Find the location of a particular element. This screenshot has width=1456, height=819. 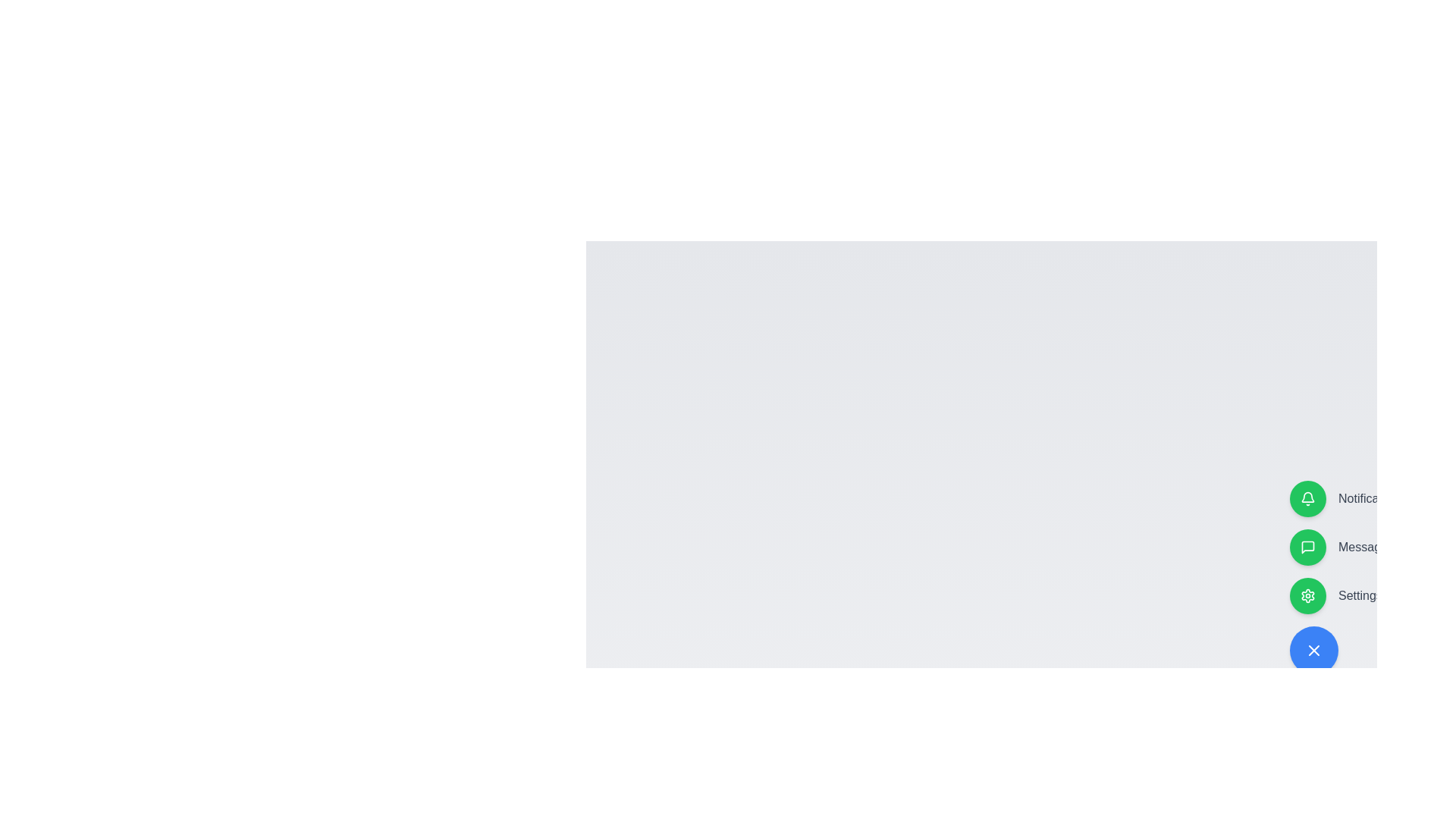

the button associated with the label Notifications is located at coordinates (1307, 499).